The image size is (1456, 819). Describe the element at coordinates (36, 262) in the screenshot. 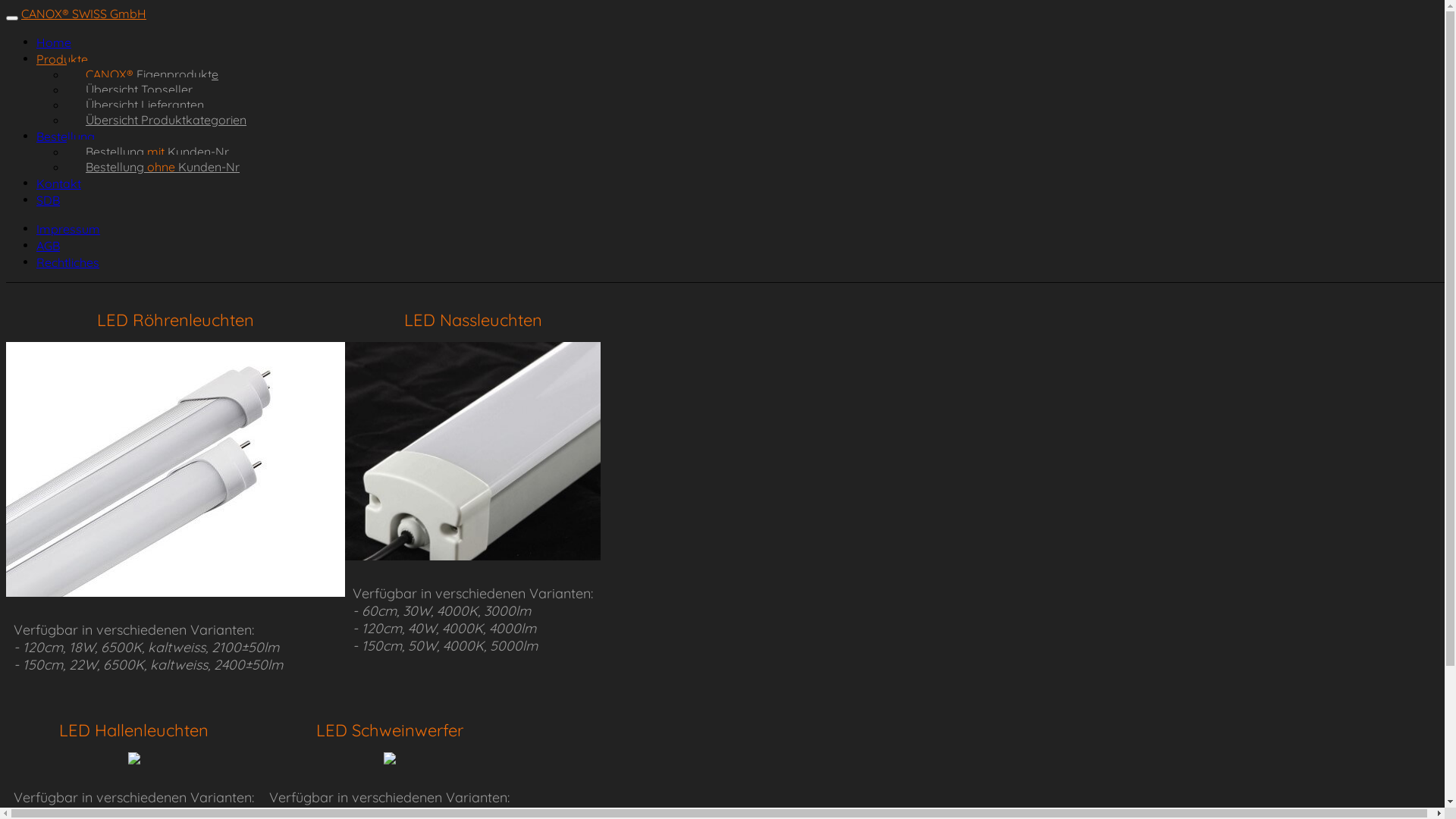

I see `'Rechtliches'` at that location.